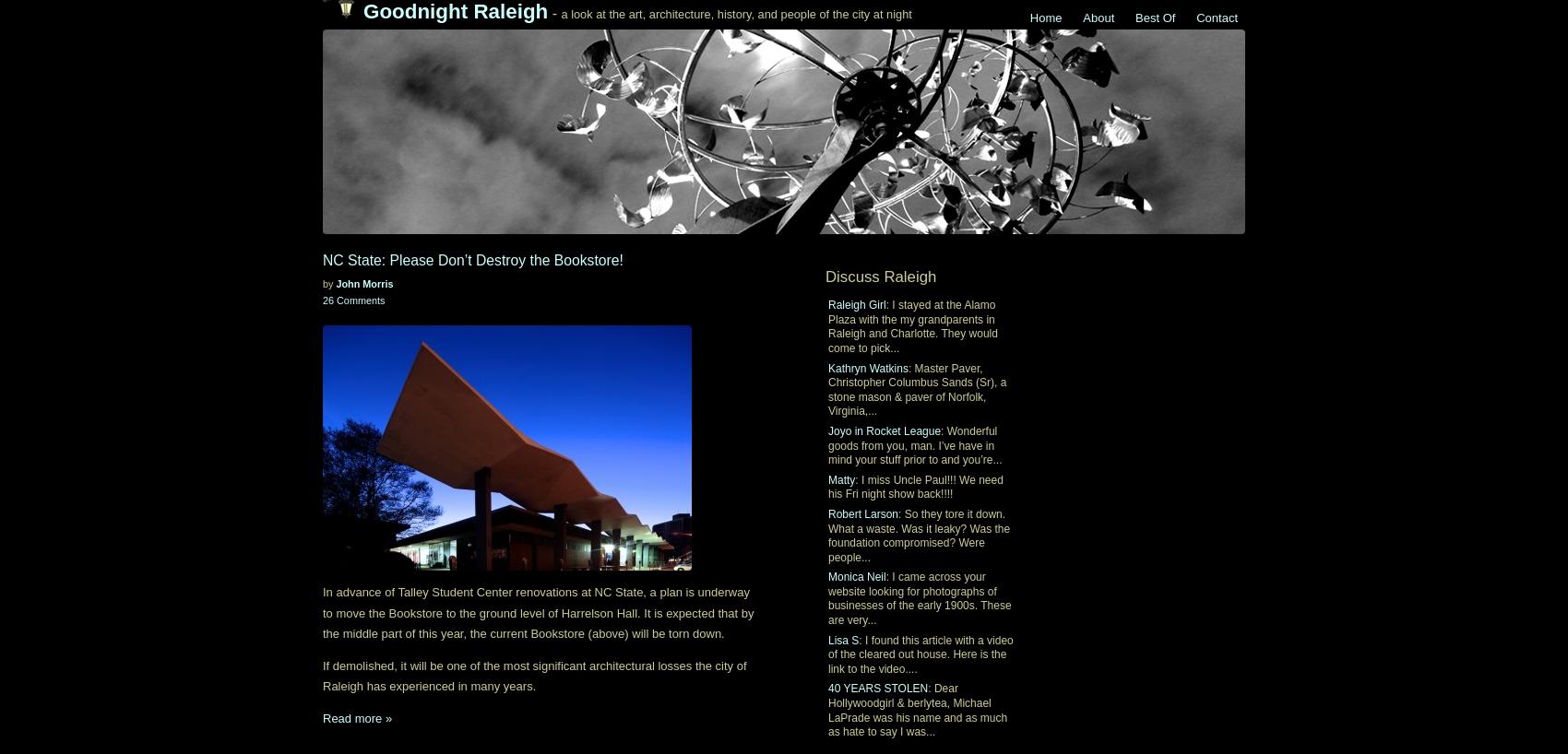  What do you see at coordinates (919, 598) in the screenshot?
I see `': I came across your website looking for photographs of businesses of the early 1900s. These are very...'` at bounding box center [919, 598].